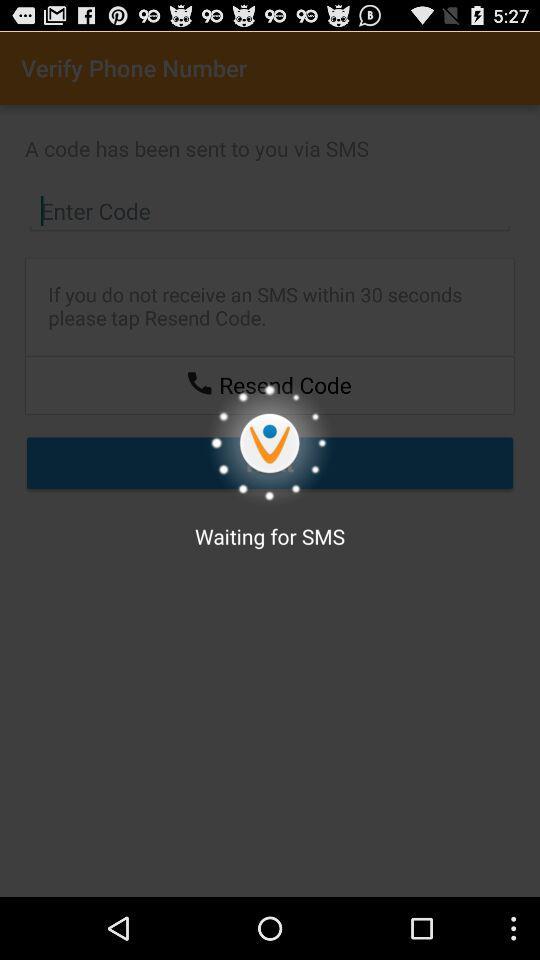 This screenshot has height=960, width=540. I want to click on resend code through phone, so click(199, 381).